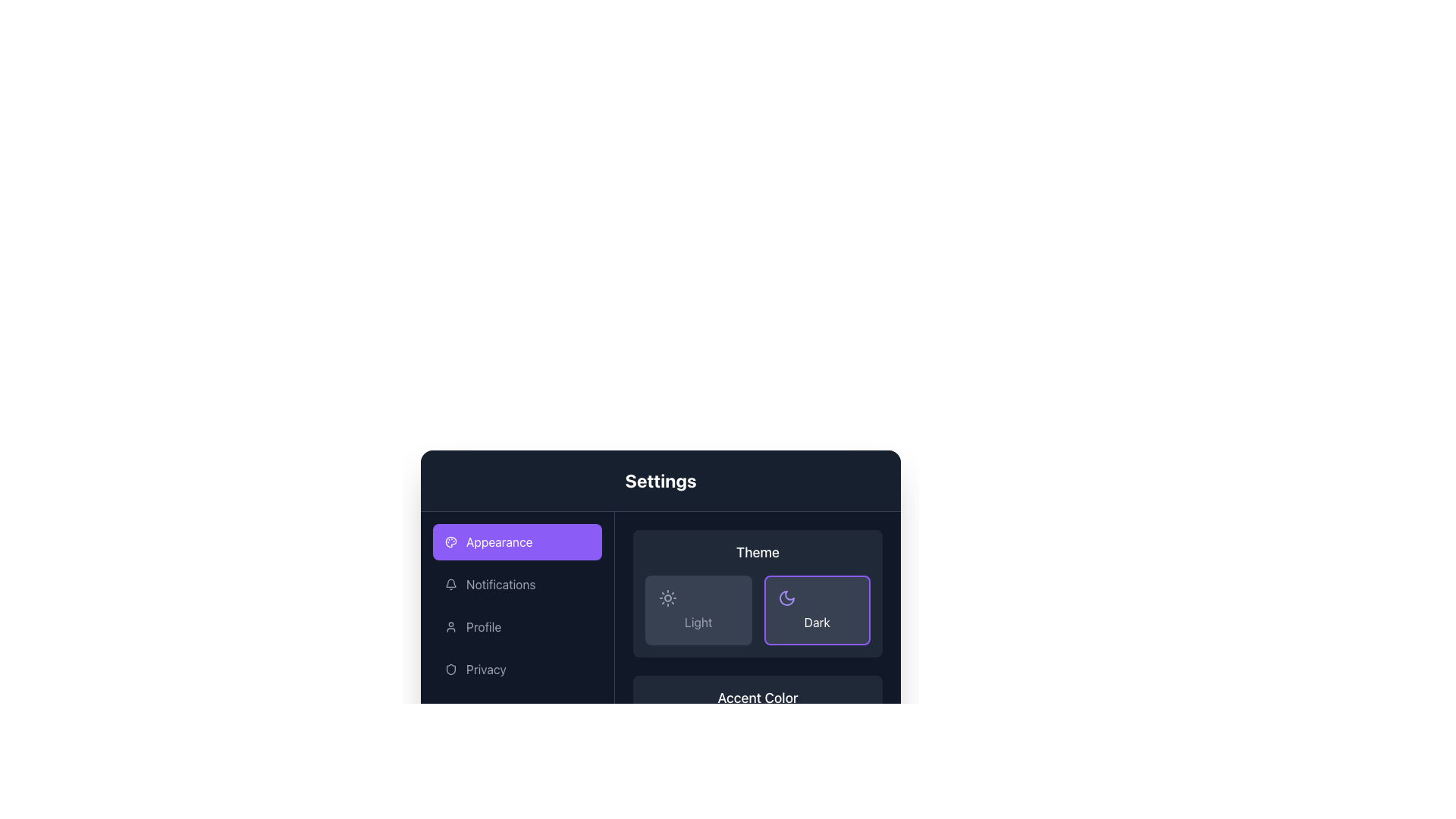 Image resolution: width=1456 pixels, height=819 pixels. What do you see at coordinates (450, 541) in the screenshot?
I see `the appearance of the circular palette icon located adjacent to the 'Appearance' label within the left side menu of the SVG component` at bounding box center [450, 541].